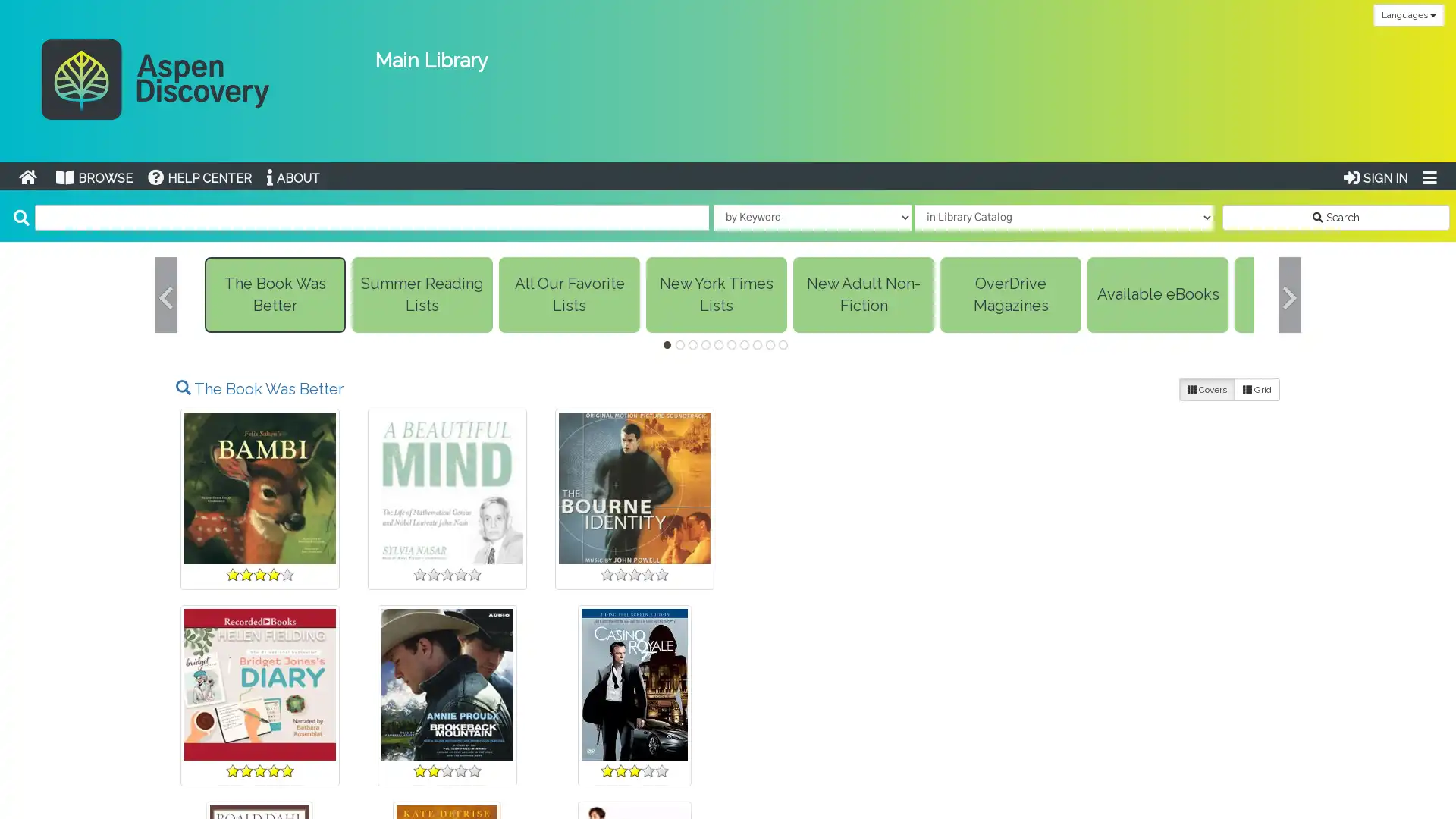 The image size is (1456, 819). I want to click on Search, so click(1335, 216).